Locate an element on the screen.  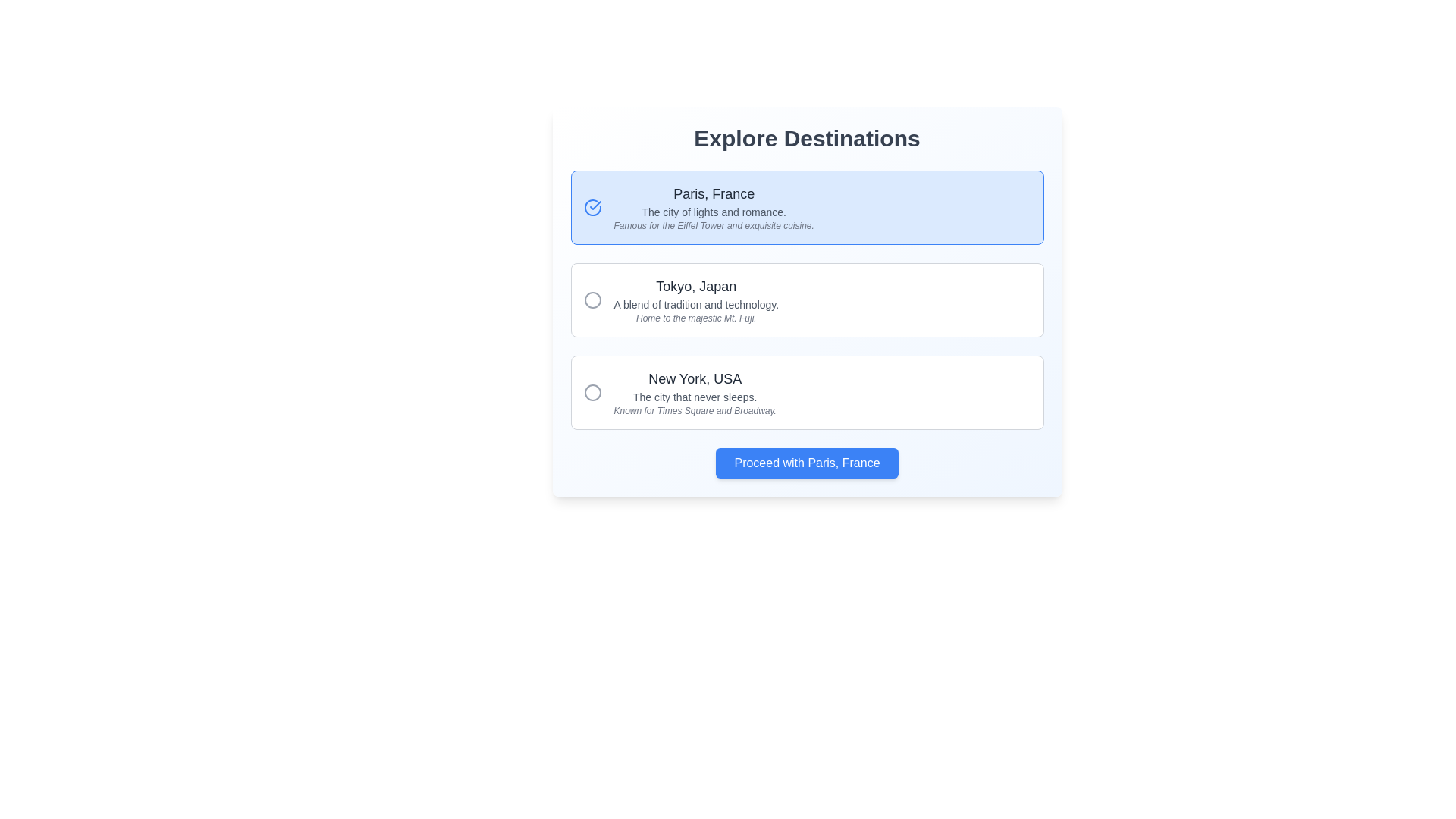
the selectable option text block labeled 'New York, USA', which is the third option in a vertical list of cities is located at coordinates (694, 391).